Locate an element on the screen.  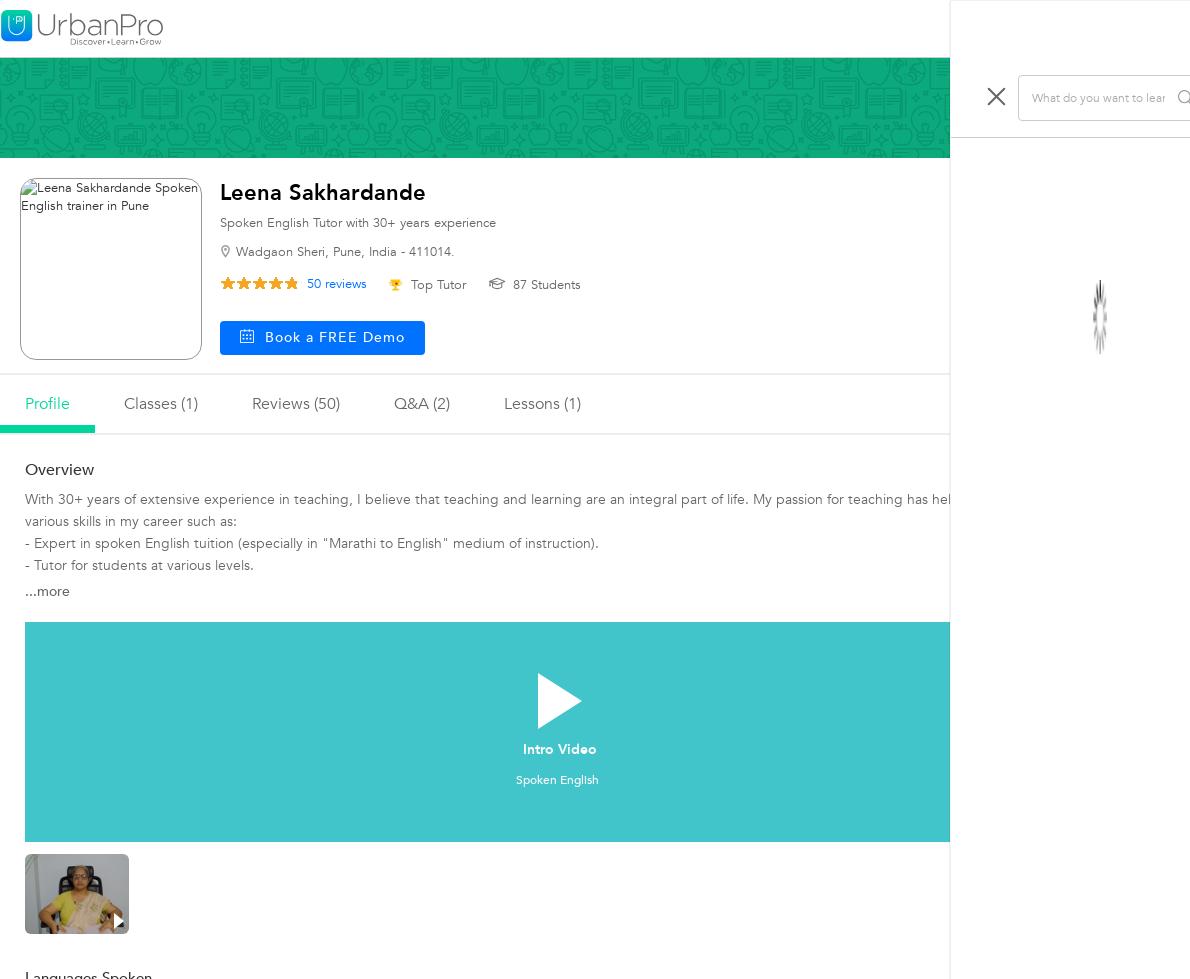
'Tutor' is located at coordinates (1138, 649).